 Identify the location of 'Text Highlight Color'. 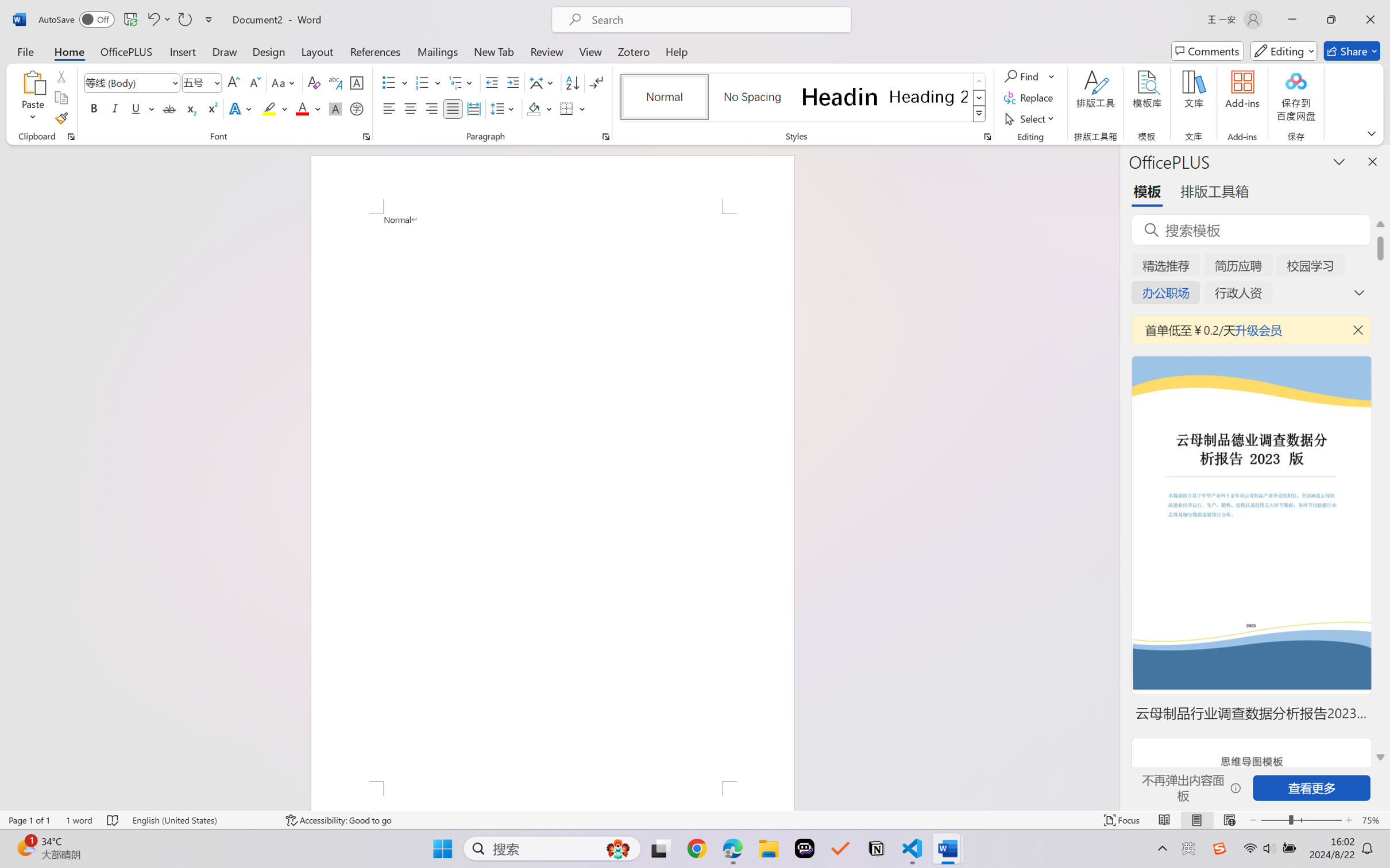
(274, 108).